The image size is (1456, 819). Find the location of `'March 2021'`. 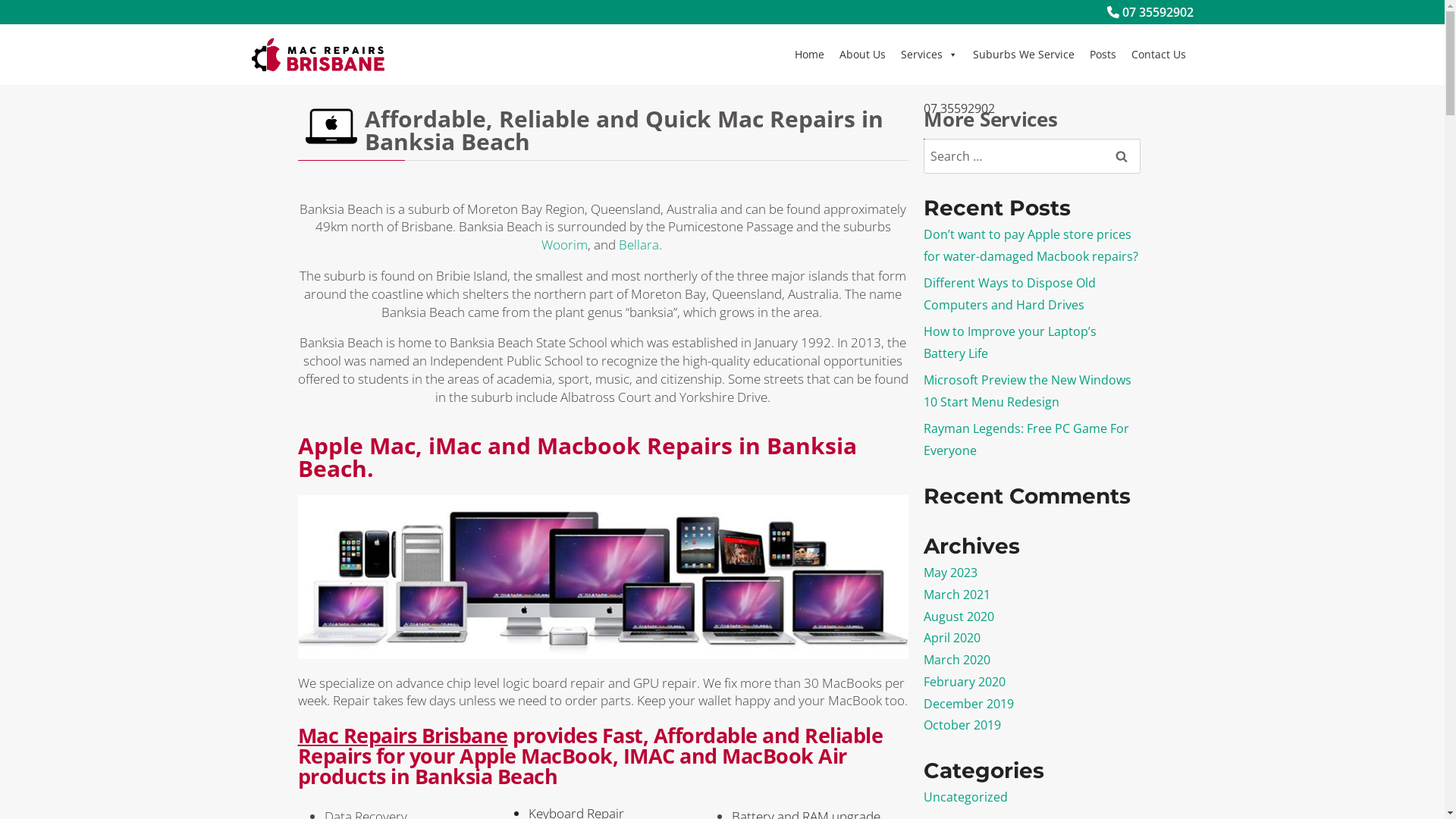

'March 2021' is located at coordinates (956, 593).